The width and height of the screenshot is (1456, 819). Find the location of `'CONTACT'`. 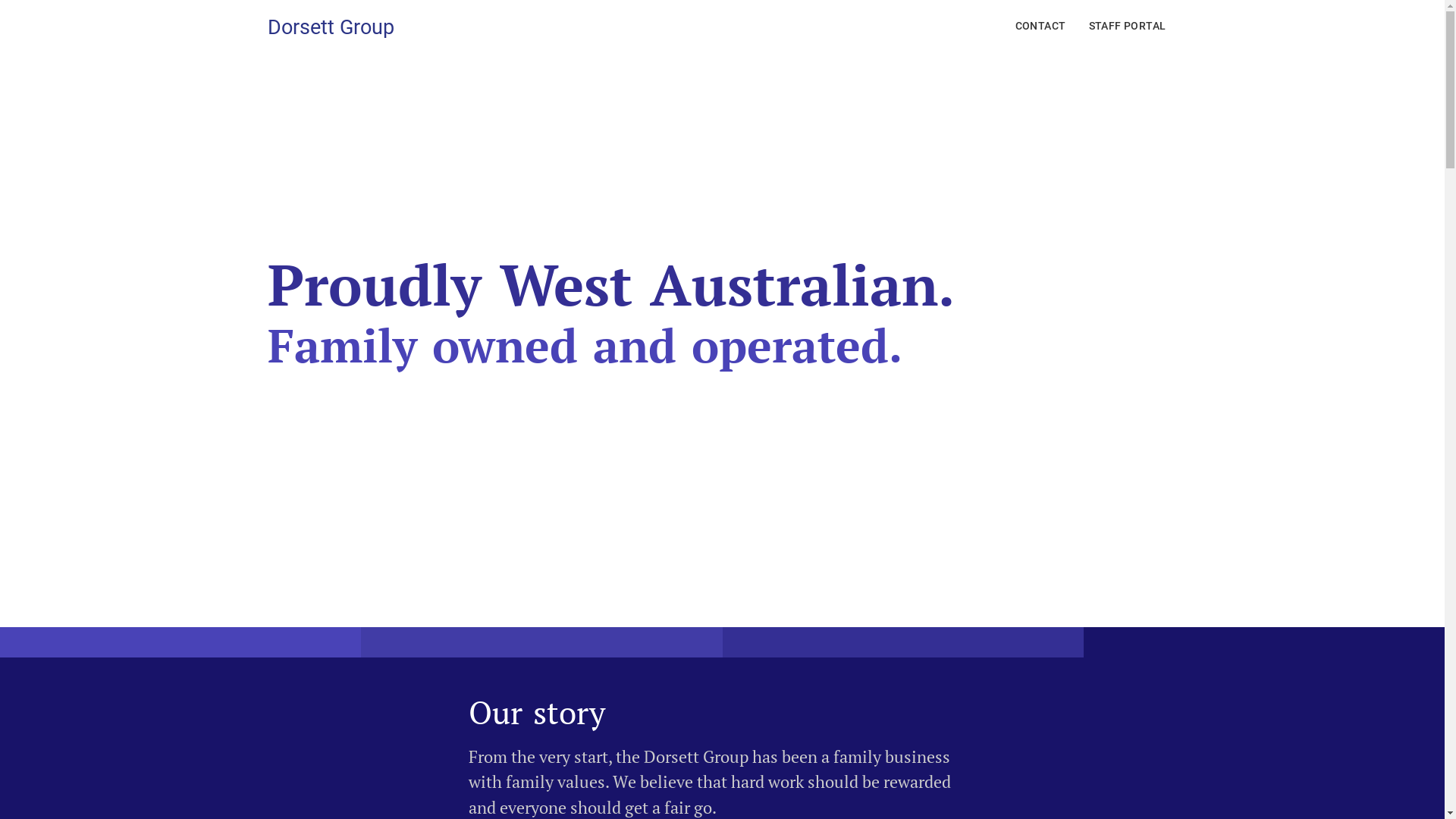

'CONTACT' is located at coordinates (1040, 26).